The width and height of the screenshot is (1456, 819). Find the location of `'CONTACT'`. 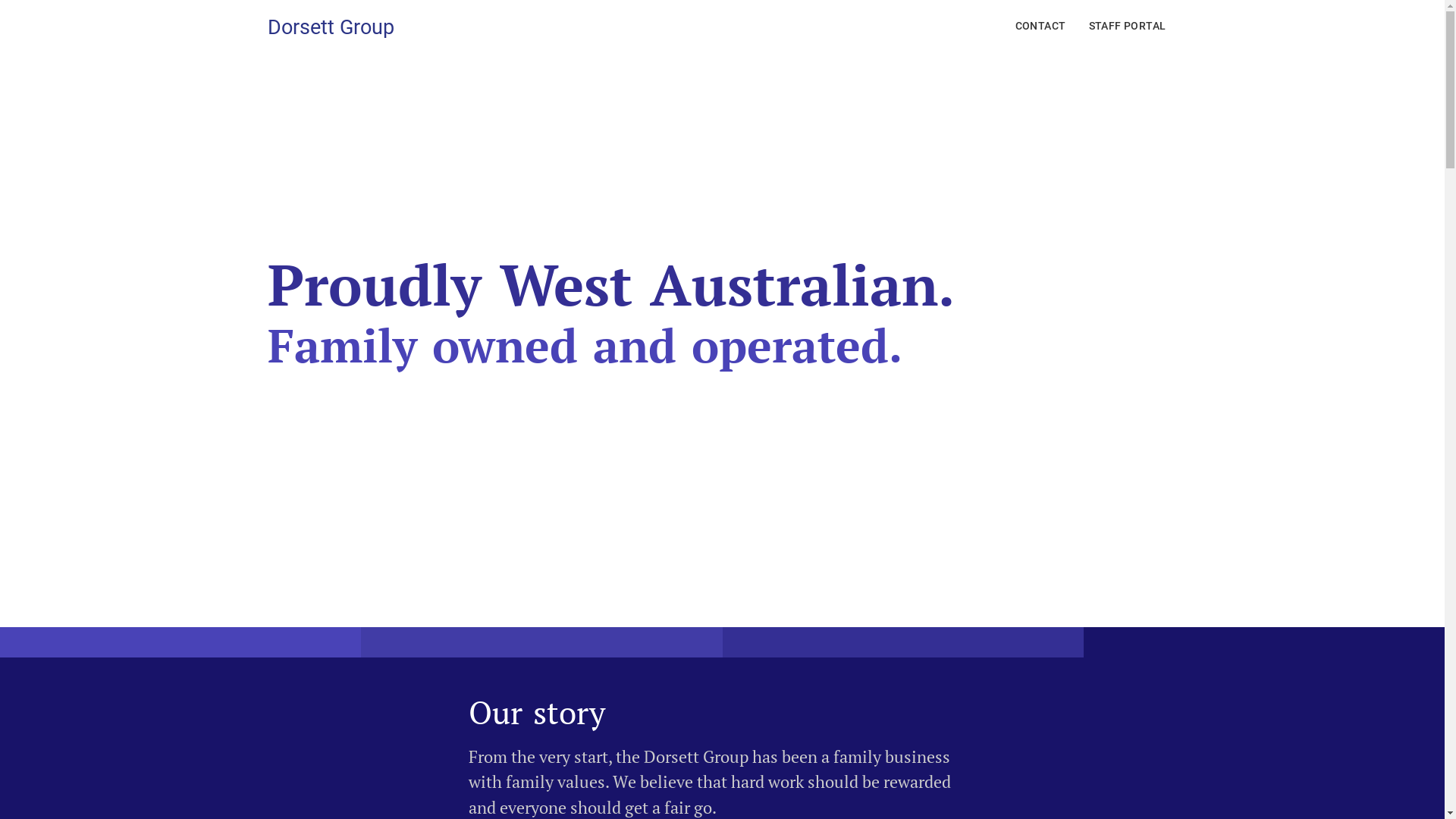

'CONTACT' is located at coordinates (1040, 26).